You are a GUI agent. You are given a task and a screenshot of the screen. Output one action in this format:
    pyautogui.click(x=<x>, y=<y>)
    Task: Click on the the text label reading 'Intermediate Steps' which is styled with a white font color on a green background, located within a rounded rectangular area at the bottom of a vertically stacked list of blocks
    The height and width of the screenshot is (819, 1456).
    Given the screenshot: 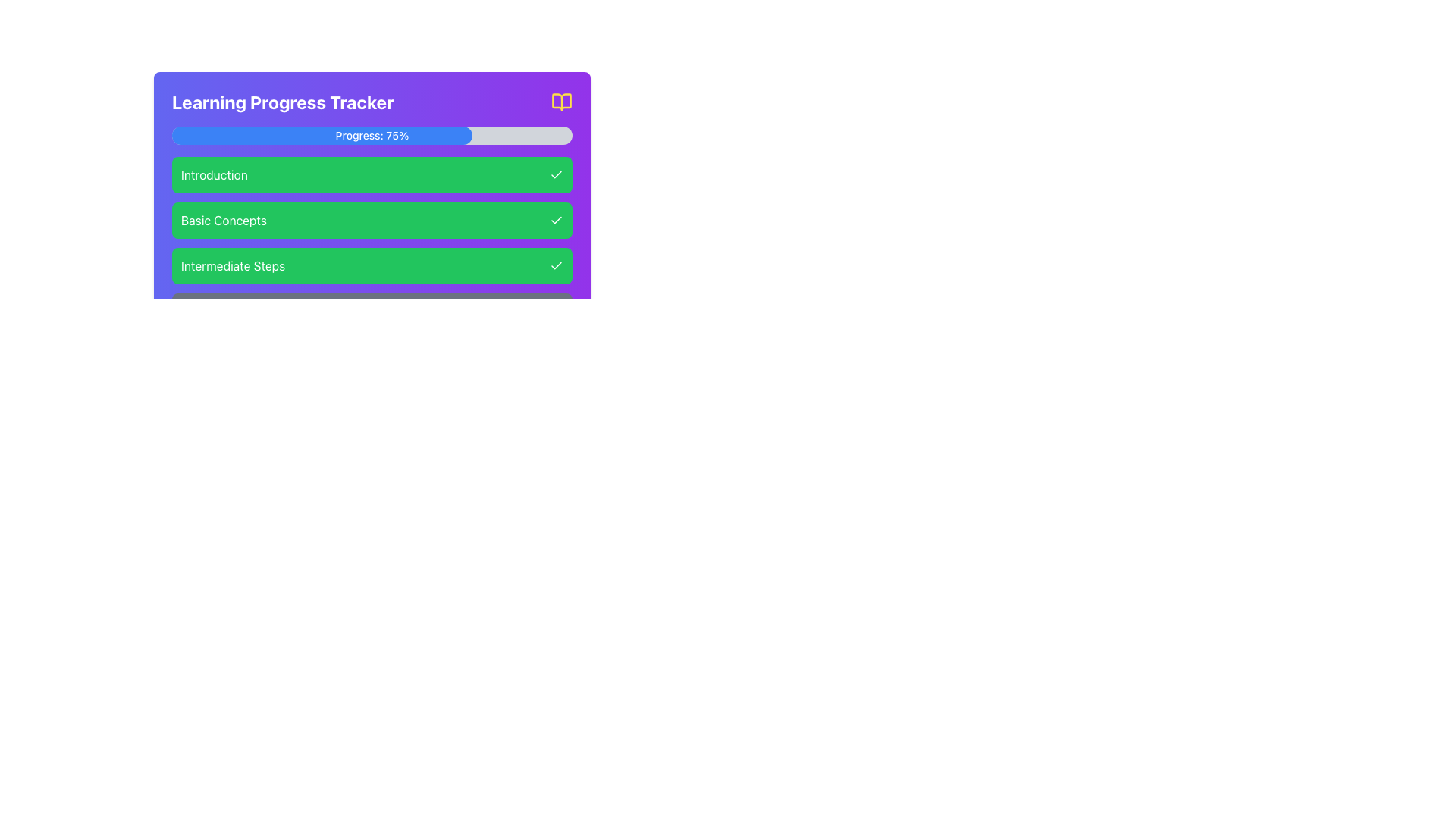 What is the action you would take?
    pyautogui.click(x=232, y=265)
    